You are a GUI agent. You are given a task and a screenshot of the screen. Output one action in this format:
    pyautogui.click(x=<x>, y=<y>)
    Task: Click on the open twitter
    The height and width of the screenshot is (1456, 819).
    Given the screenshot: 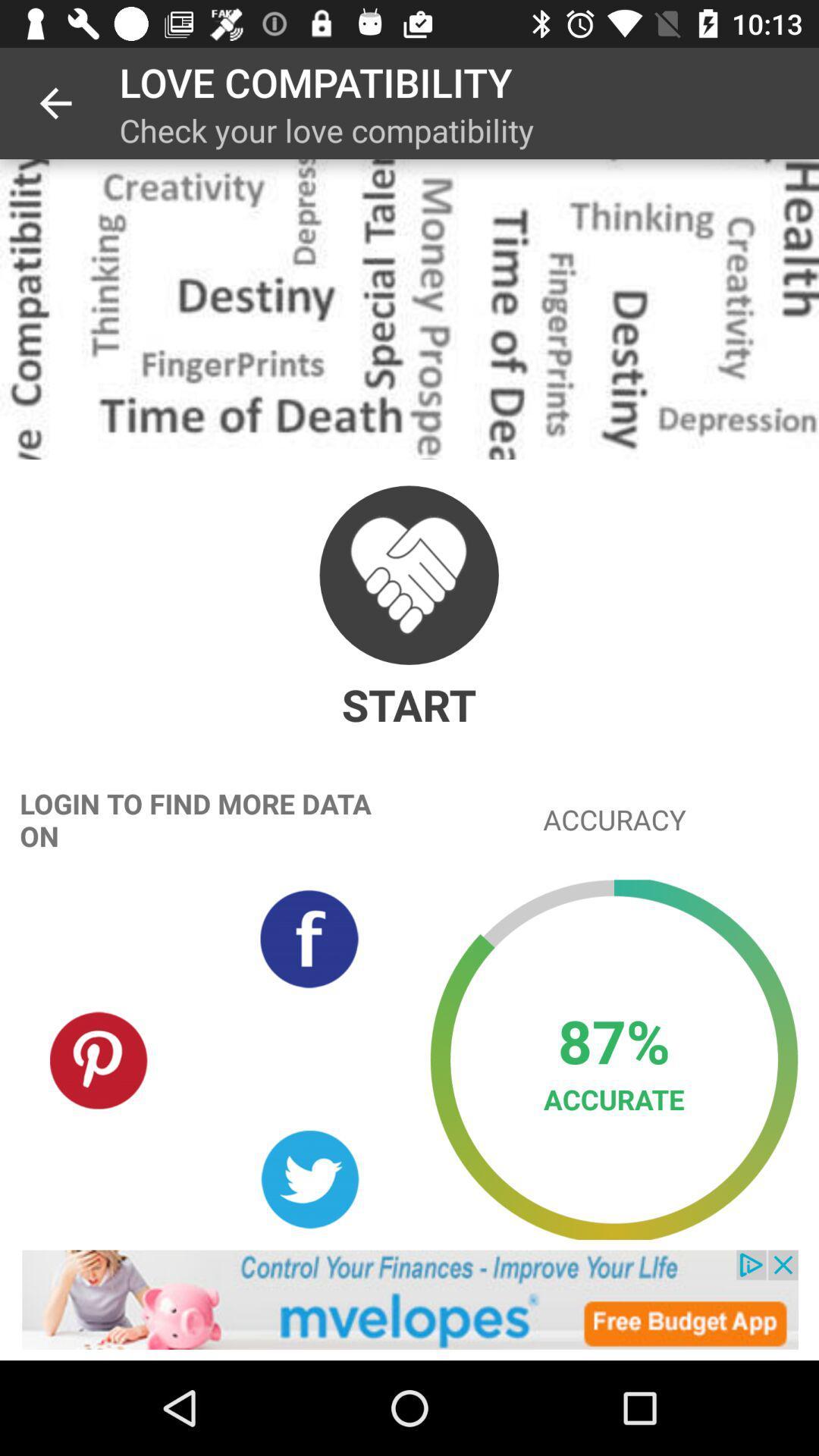 What is the action you would take?
    pyautogui.click(x=309, y=1179)
    